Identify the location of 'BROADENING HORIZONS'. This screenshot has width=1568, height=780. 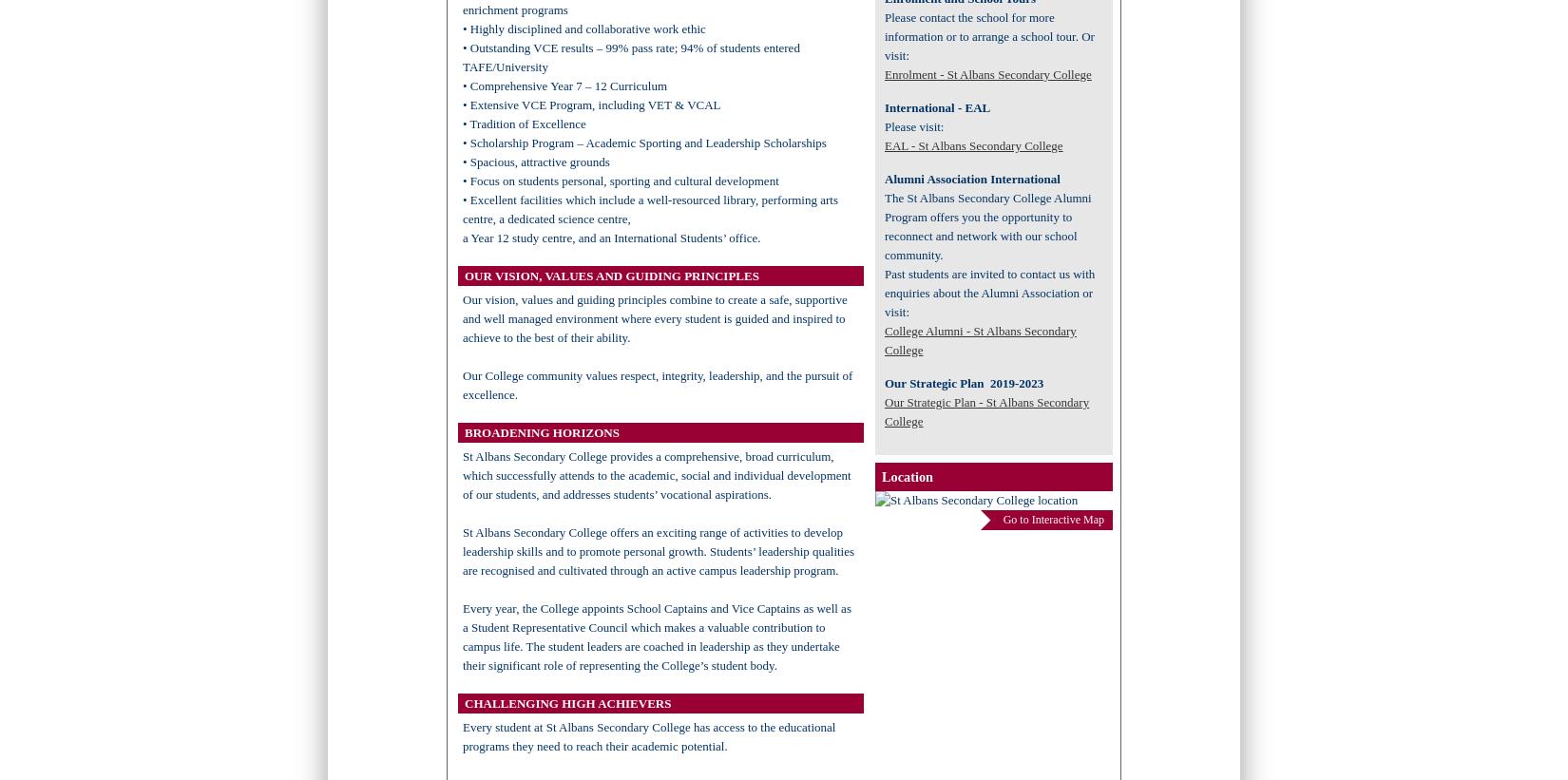
(541, 432).